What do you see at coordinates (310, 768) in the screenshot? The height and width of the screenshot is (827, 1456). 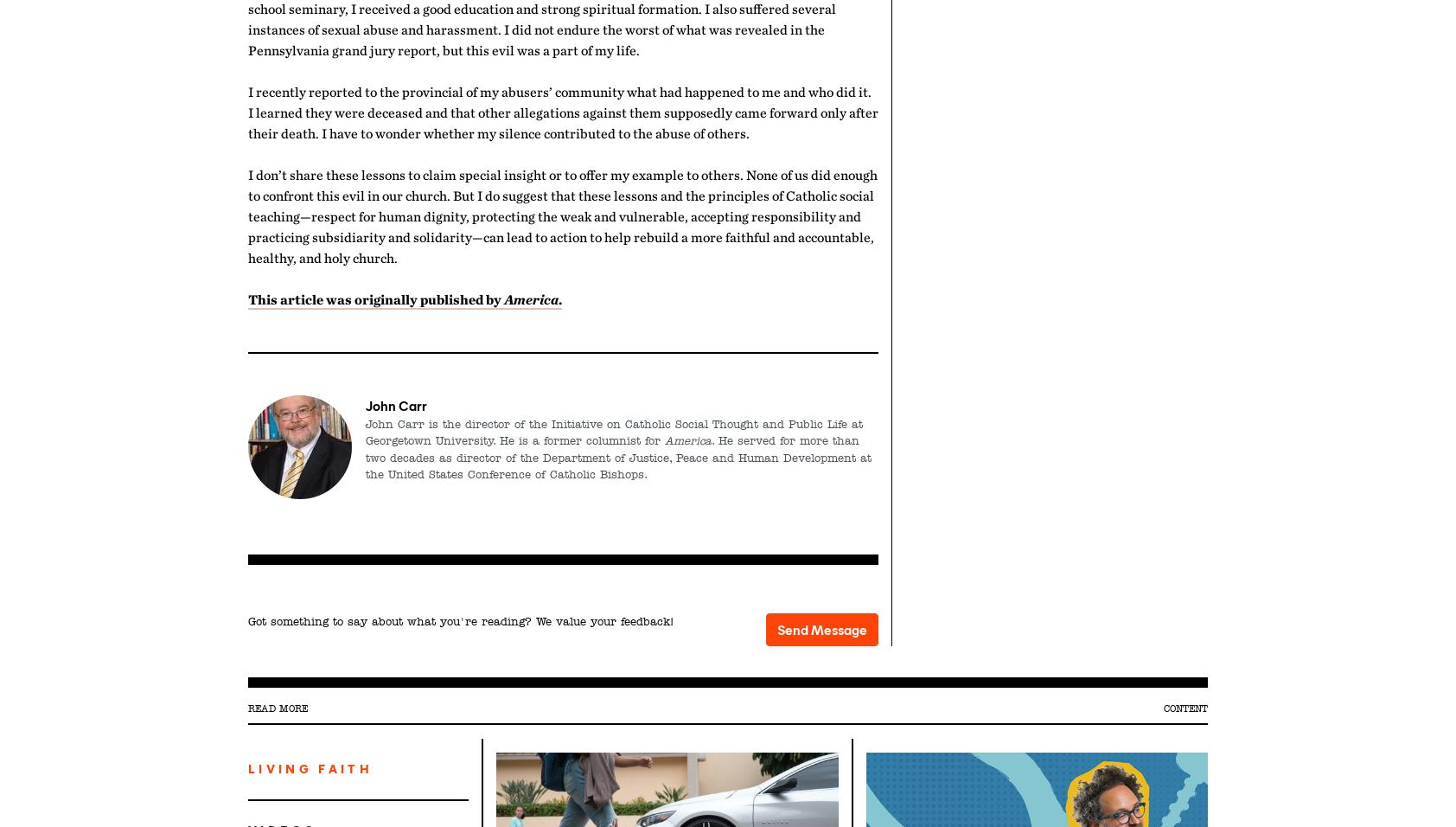 I see `'Living Faith'` at bounding box center [310, 768].